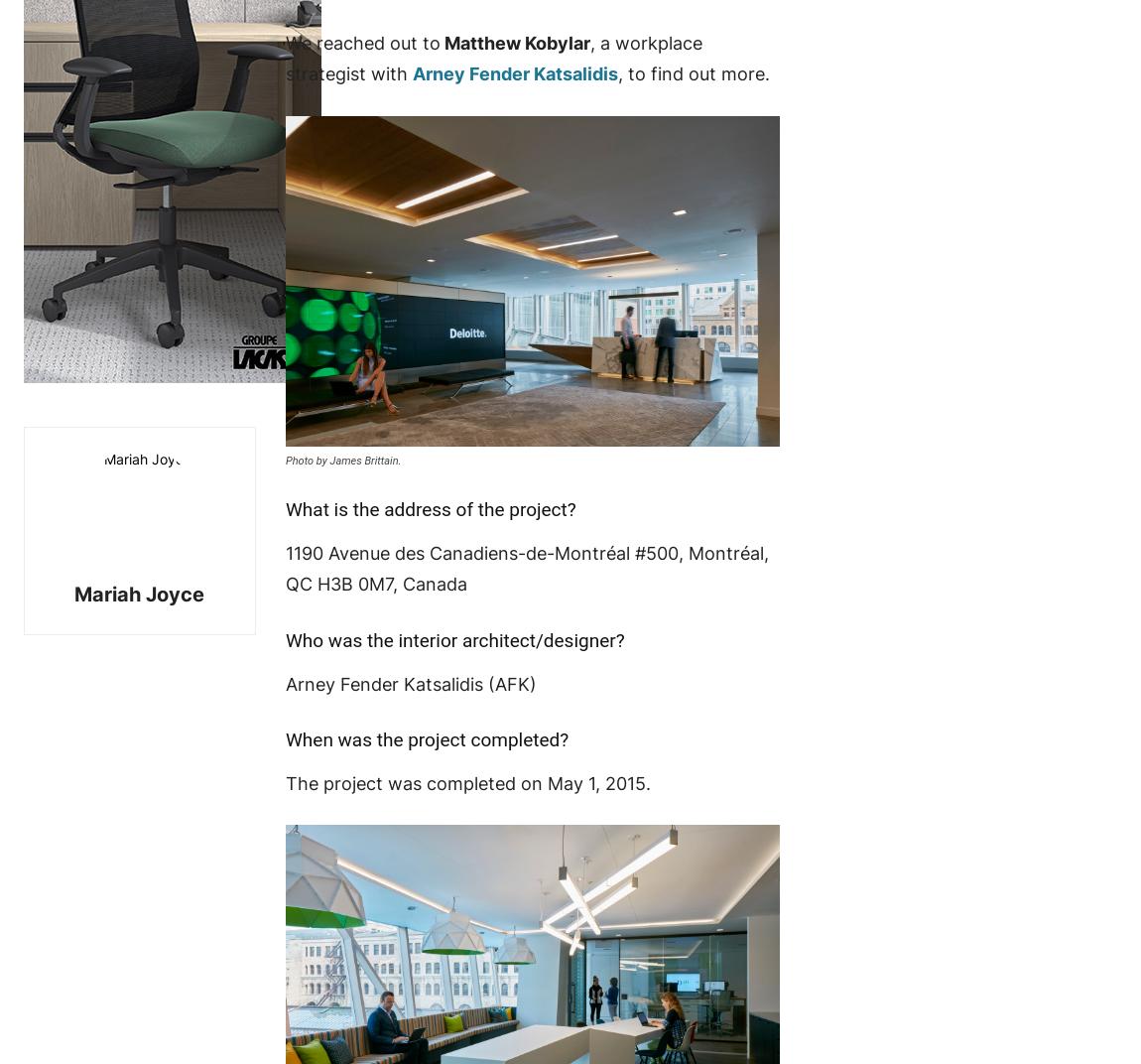 The width and height of the screenshot is (1141, 1064). I want to click on 'When was the project completed?', so click(426, 739).